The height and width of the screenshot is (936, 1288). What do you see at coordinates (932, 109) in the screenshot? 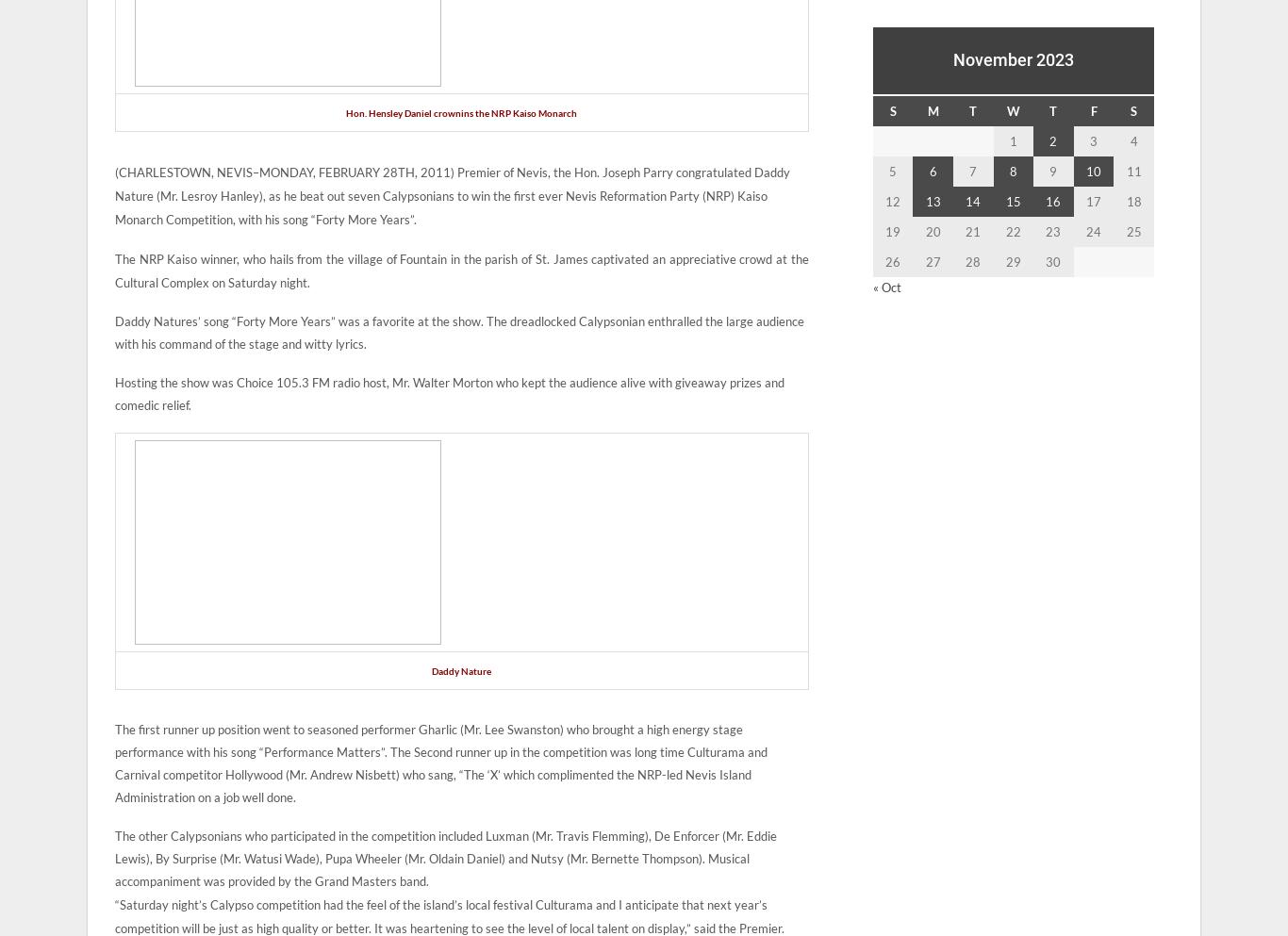
I see `'M'` at bounding box center [932, 109].